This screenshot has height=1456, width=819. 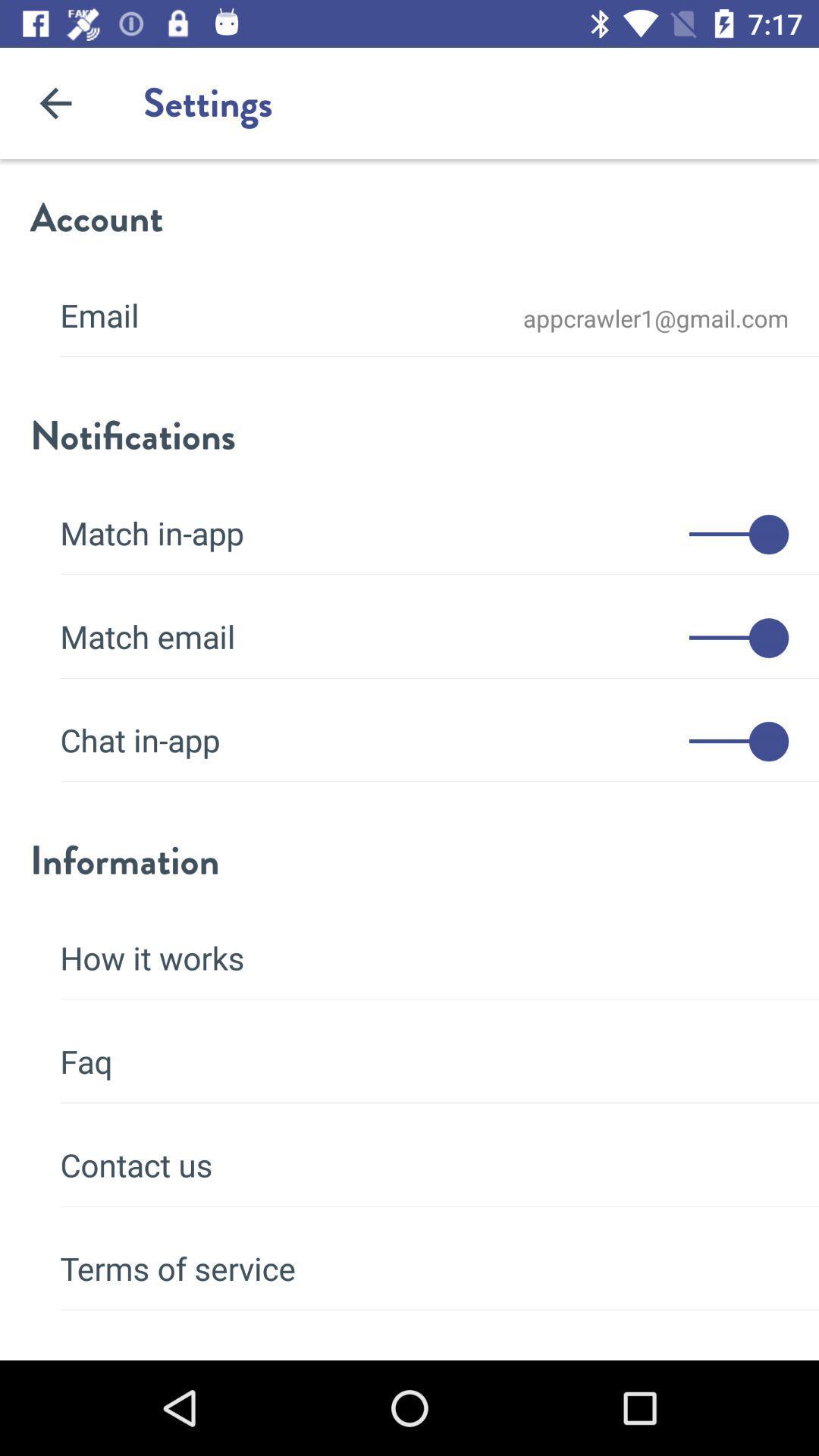 I want to click on the slider button which is before match inapp option, so click(x=738, y=535).